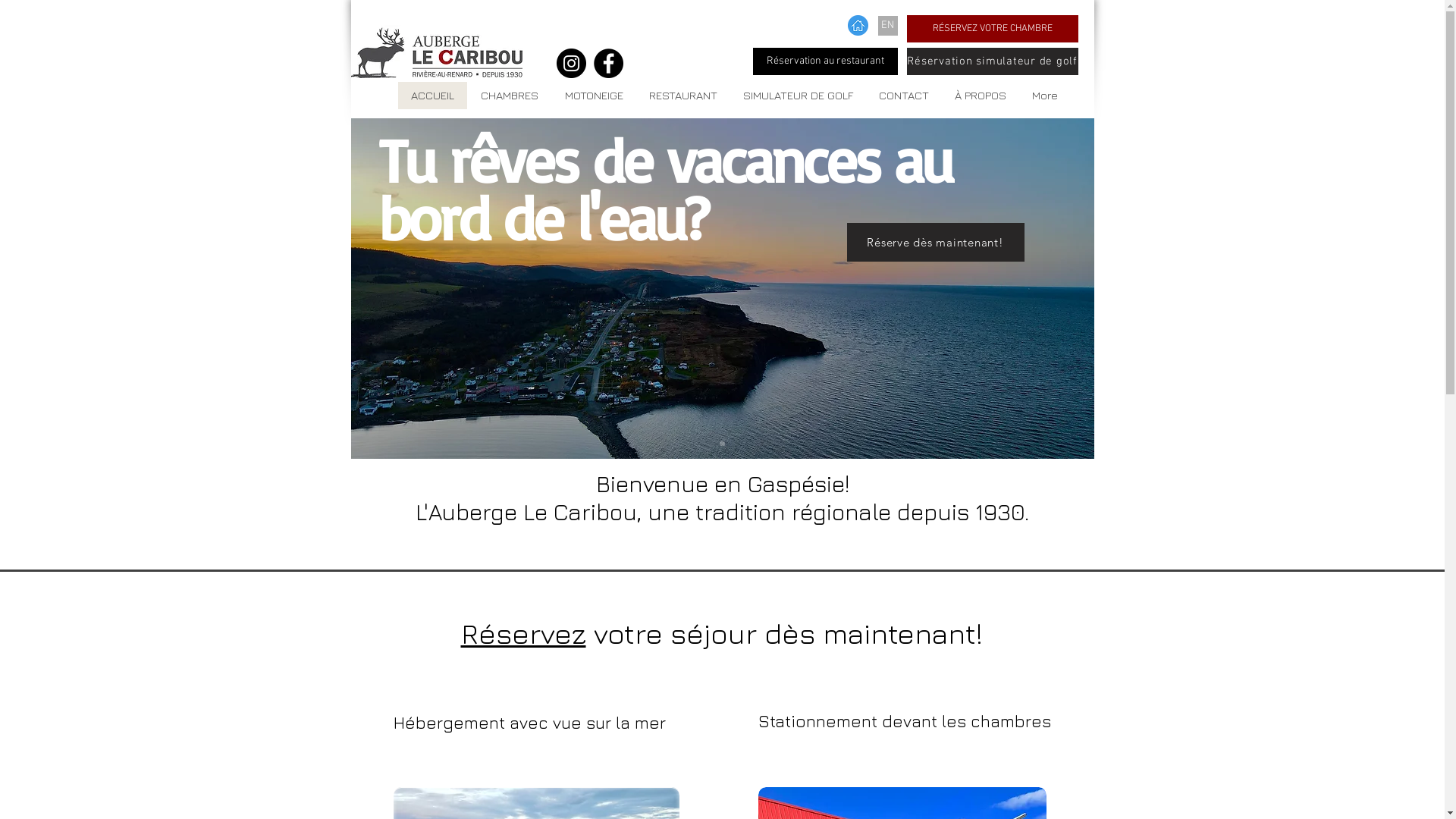 Image resolution: width=1456 pixels, height=819 pixels. Describe the element at coordinates (435, 51) in the screenshot. I see `'cariboulogo,jpg.jpg'` at that location.